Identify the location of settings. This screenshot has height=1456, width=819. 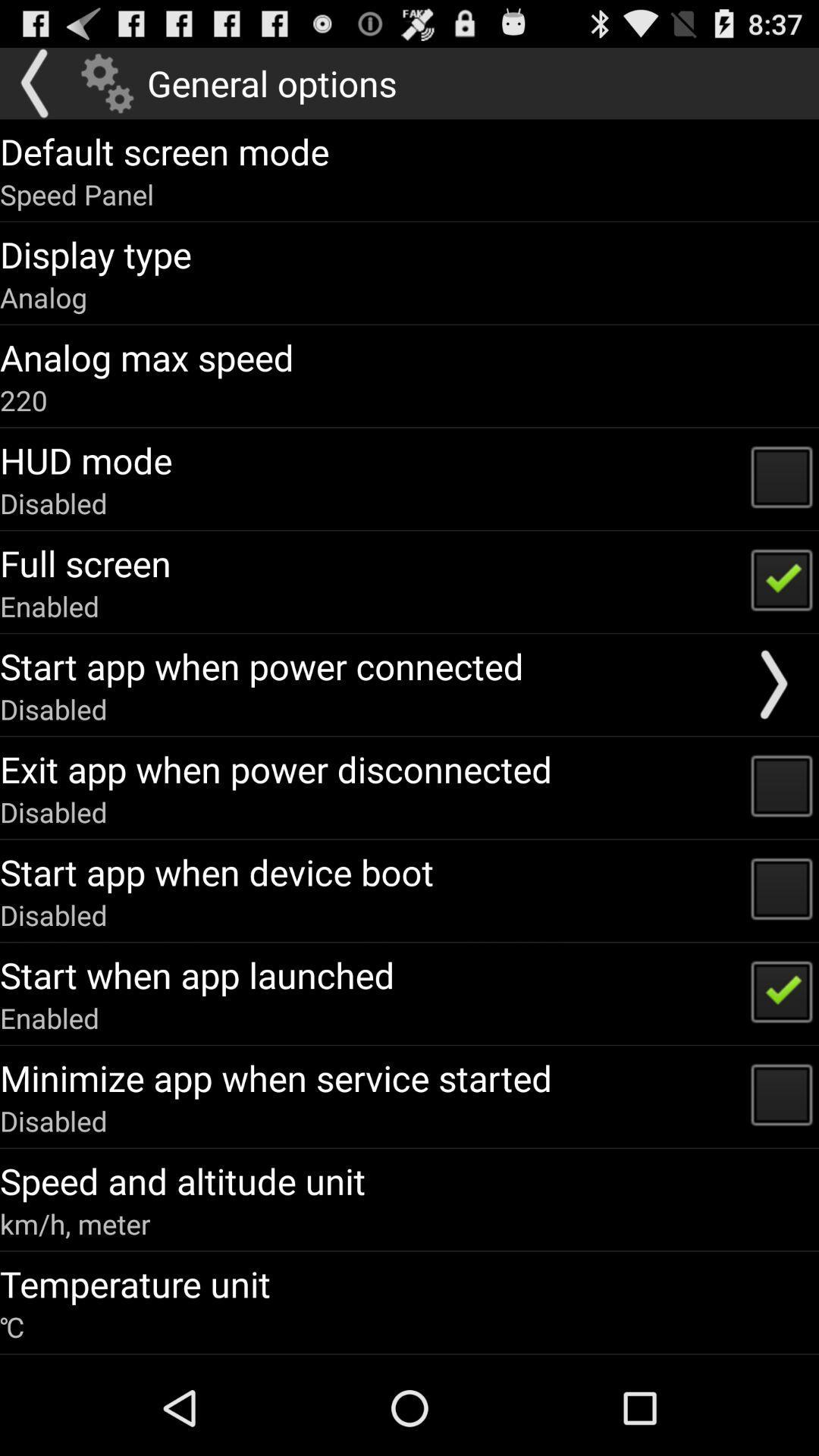
(106, 83).